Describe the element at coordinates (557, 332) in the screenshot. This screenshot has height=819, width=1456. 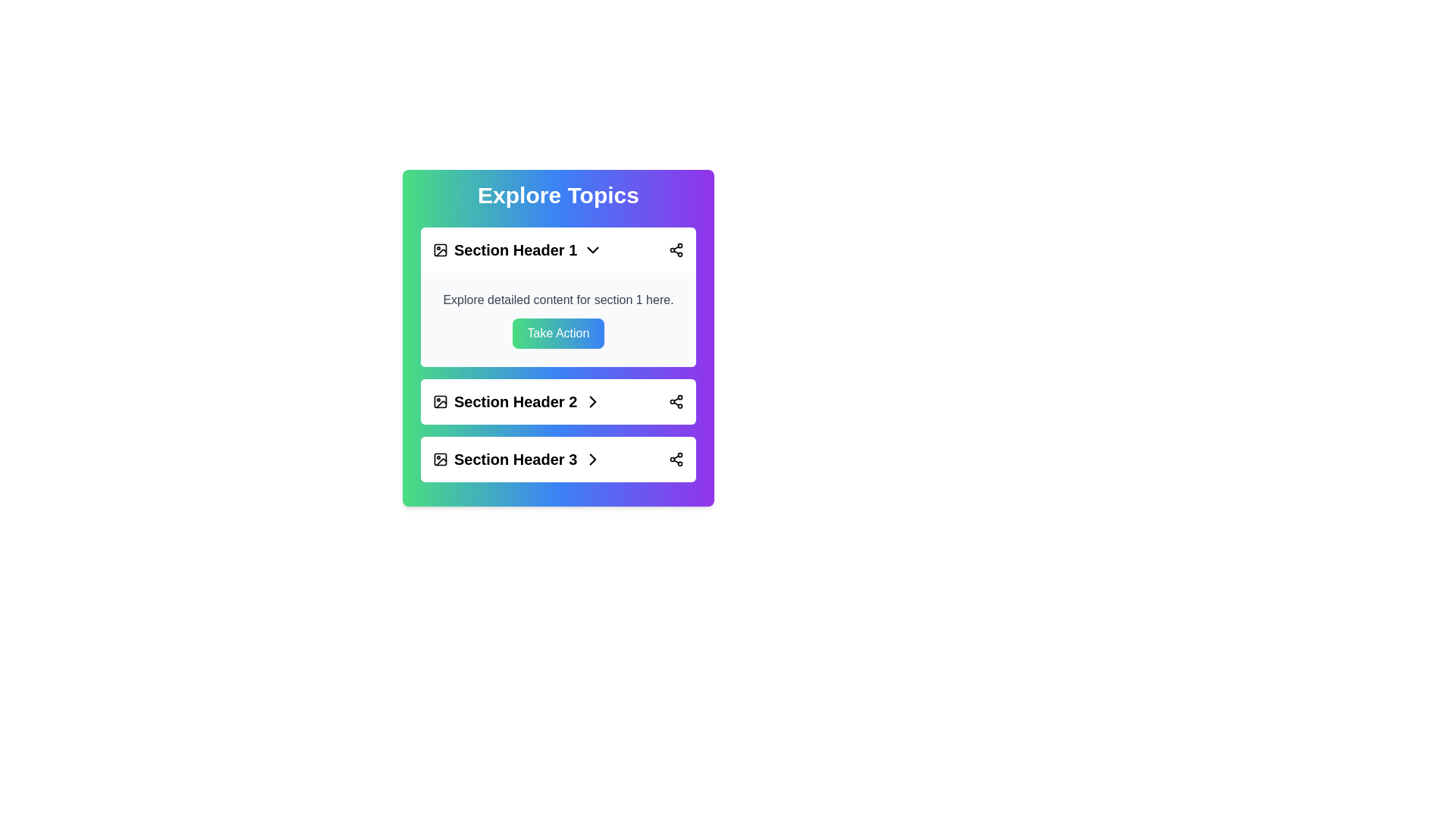
I see `the button labeled 'Take Action', which has a gradient background from green to blue and is located below the text 'Explore detailed content for section 1 here.'` at that location.